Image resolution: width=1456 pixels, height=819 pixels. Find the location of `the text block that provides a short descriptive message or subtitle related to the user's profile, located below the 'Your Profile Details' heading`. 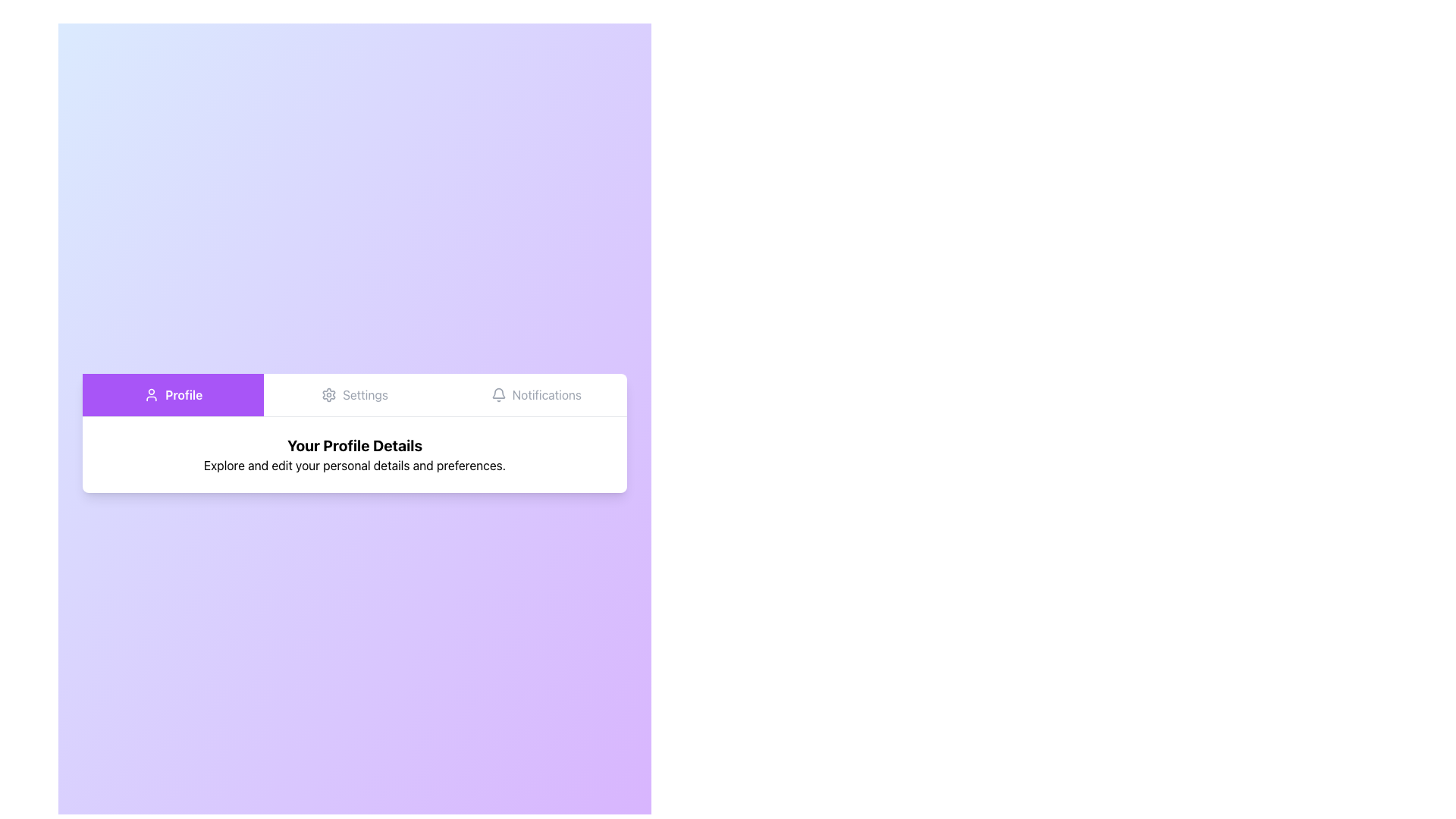

the text block that provides a short descriptive message or subtitle related to the user's profile, located below the 'Your Profile Details' heading is located at coordinates (353, 464).